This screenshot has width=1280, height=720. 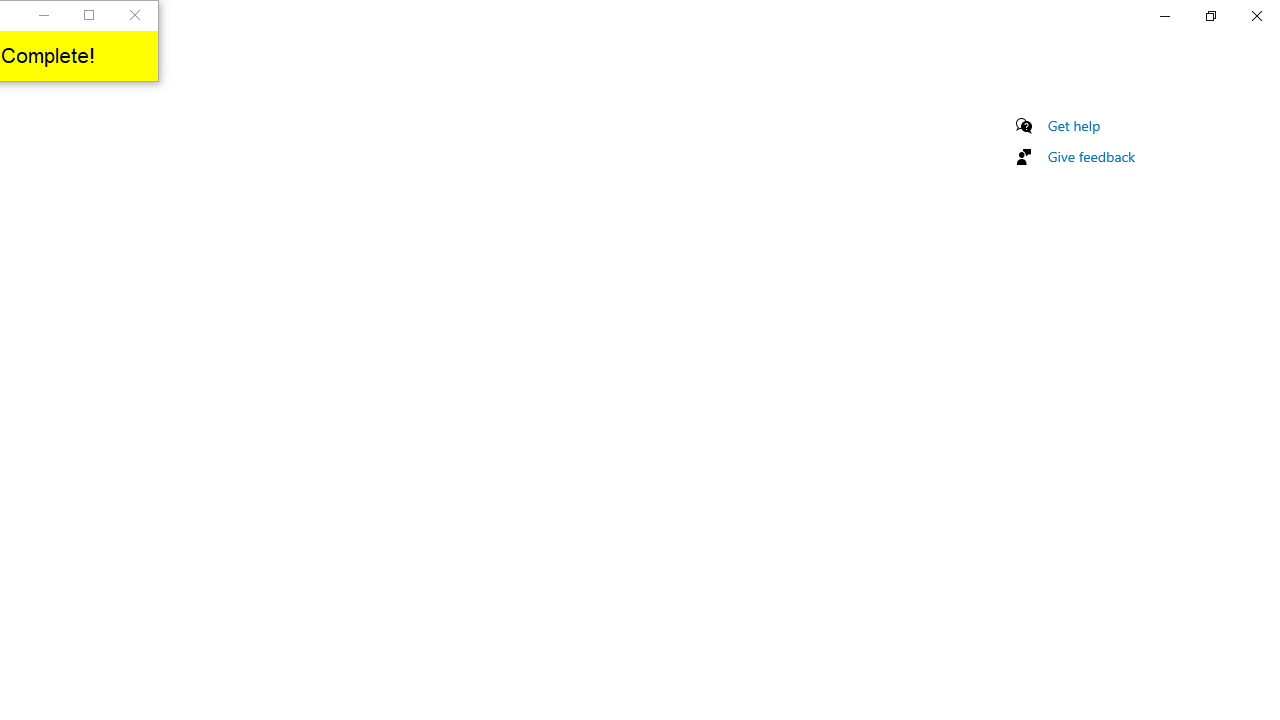 What do you see at coordinates (1255, 15) in the screenshot?
I see `'Close Settings'` at bounding box center [1255, 15].